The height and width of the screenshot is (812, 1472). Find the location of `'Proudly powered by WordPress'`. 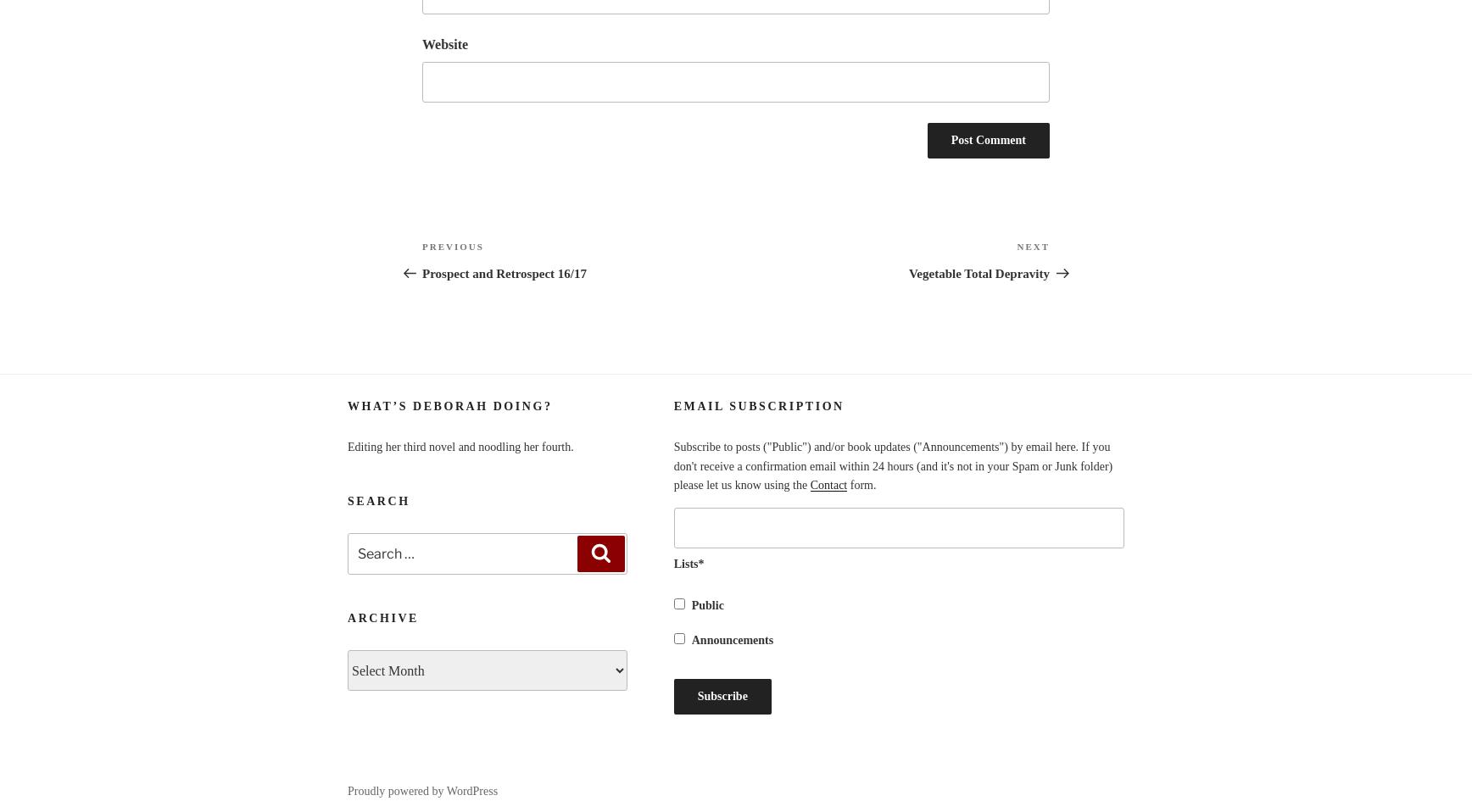

'Proudly powered by WordPress' is located at coordinates (422, 790).